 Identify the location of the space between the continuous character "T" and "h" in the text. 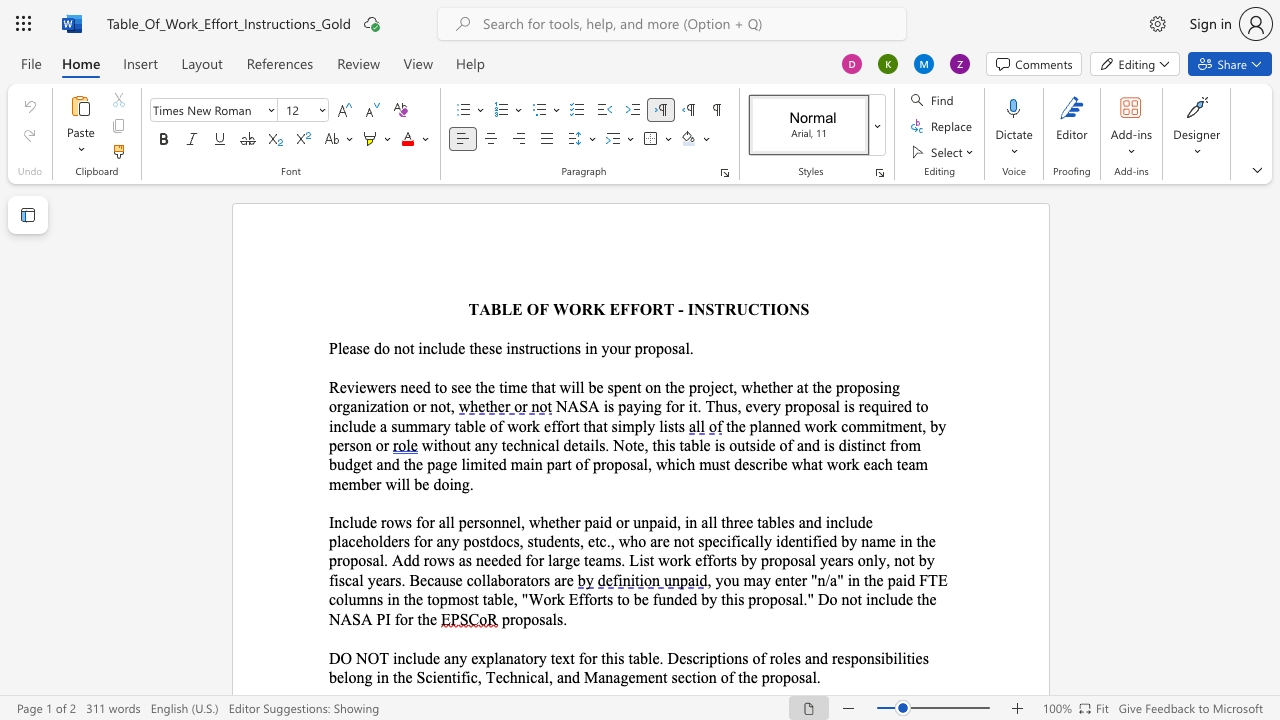
(714, 405).